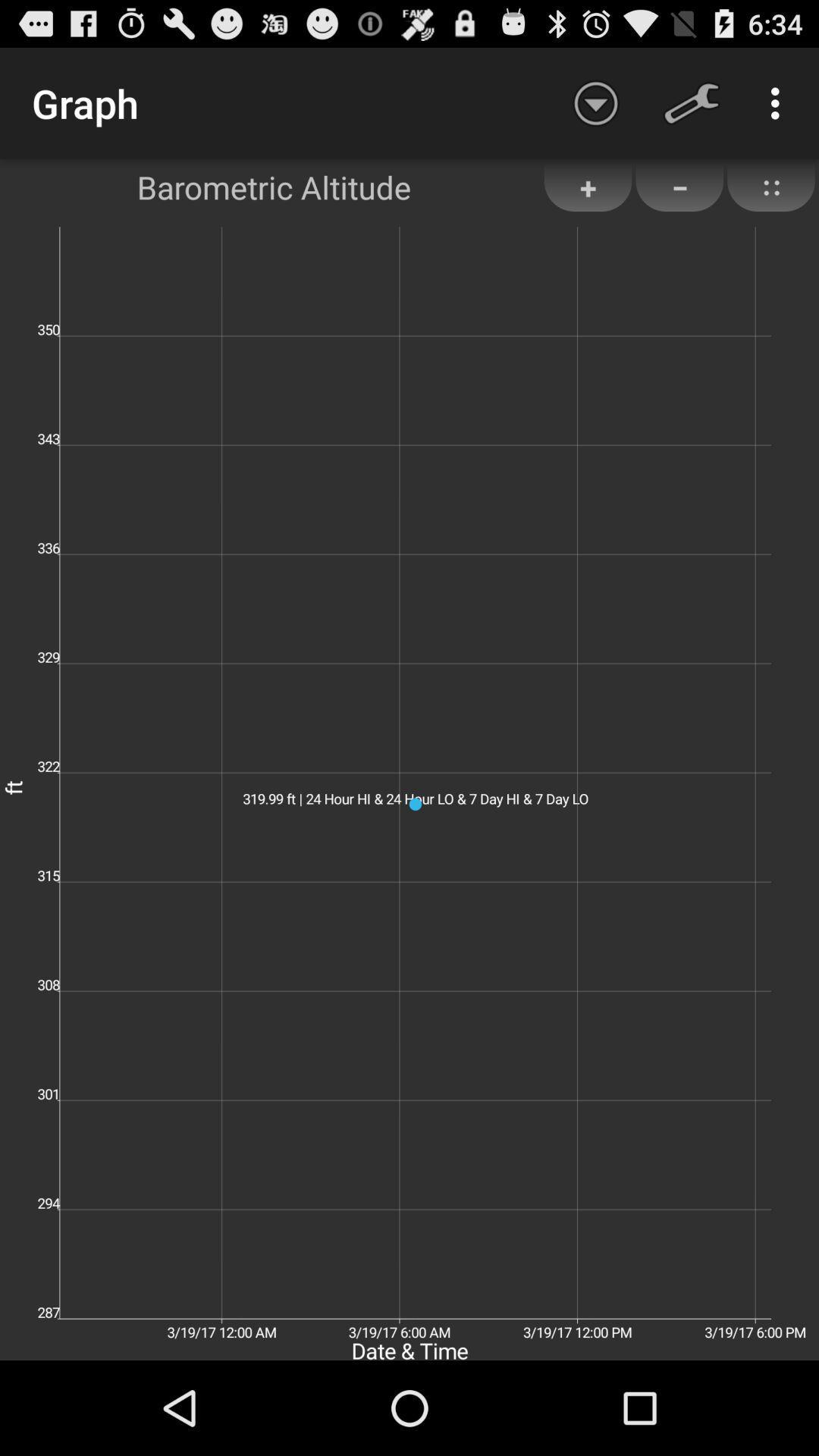 The height and width of the screenshot is (1456, 819). I want to click on the item to the right of +, so click(679, 187).